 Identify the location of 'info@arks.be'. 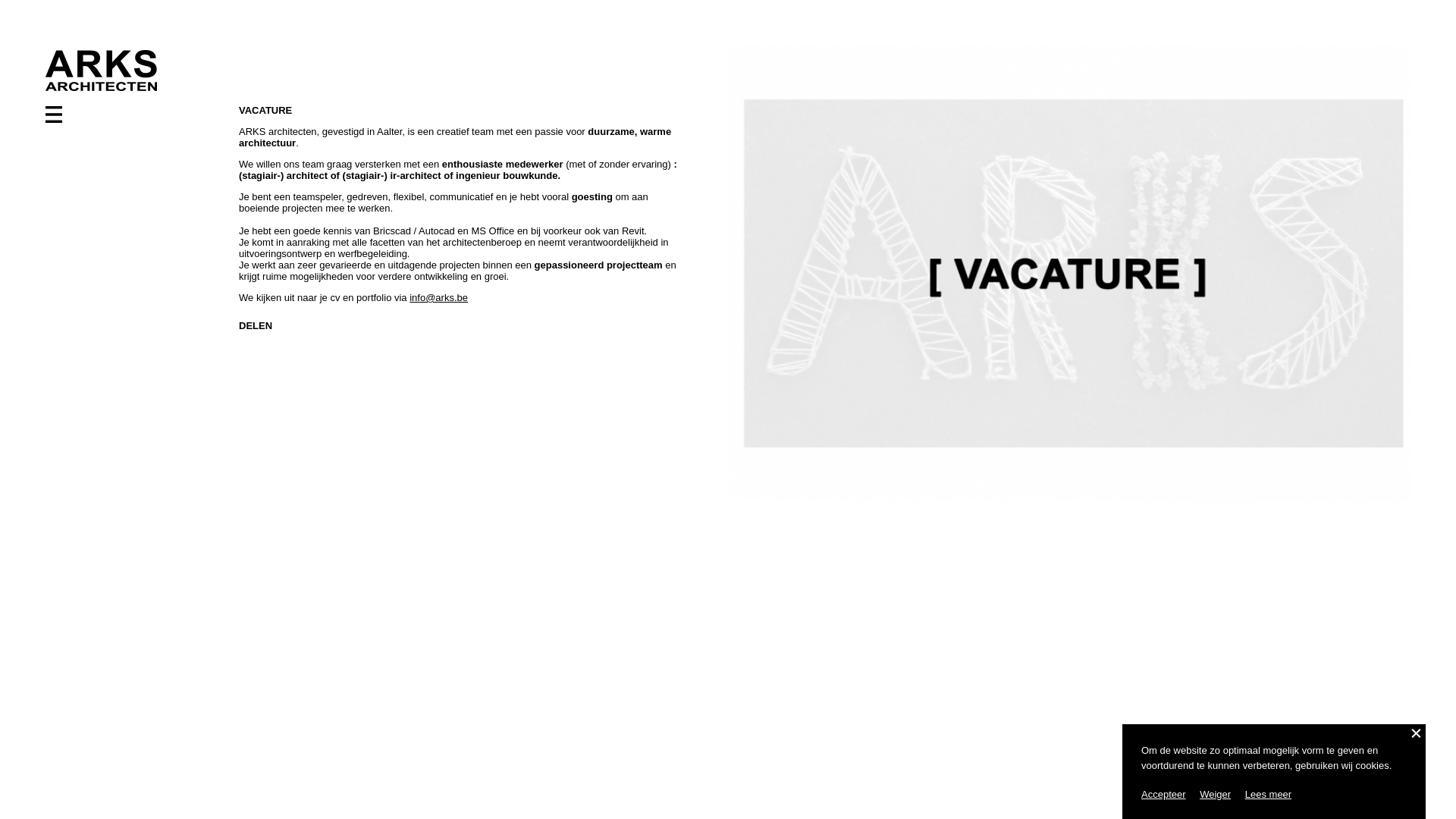
(438, 297).